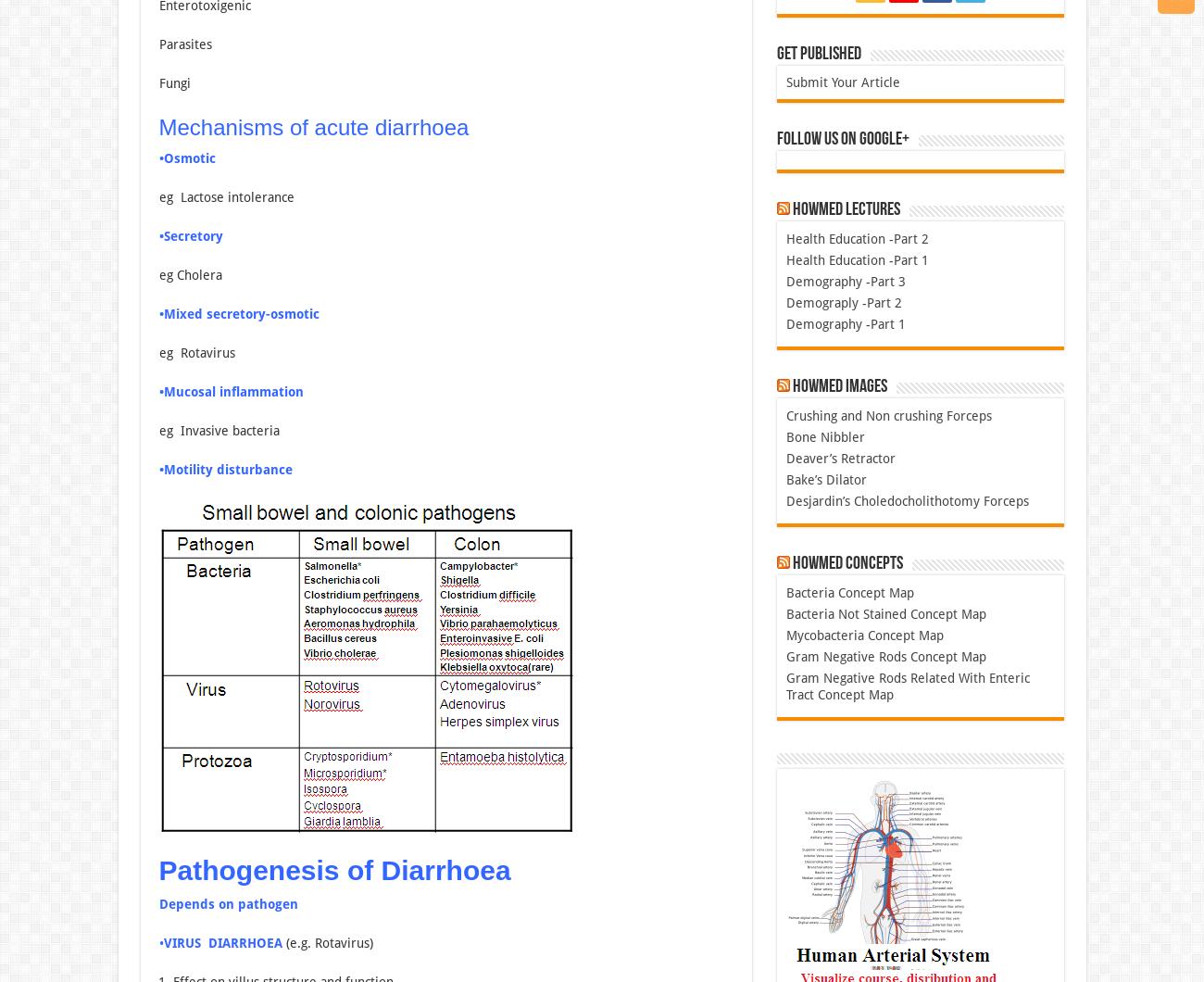 The width and height of the screenshot is (1204, 982). I want to click on 'Mechanisms of acute diarrhoea', so click(312, 126).